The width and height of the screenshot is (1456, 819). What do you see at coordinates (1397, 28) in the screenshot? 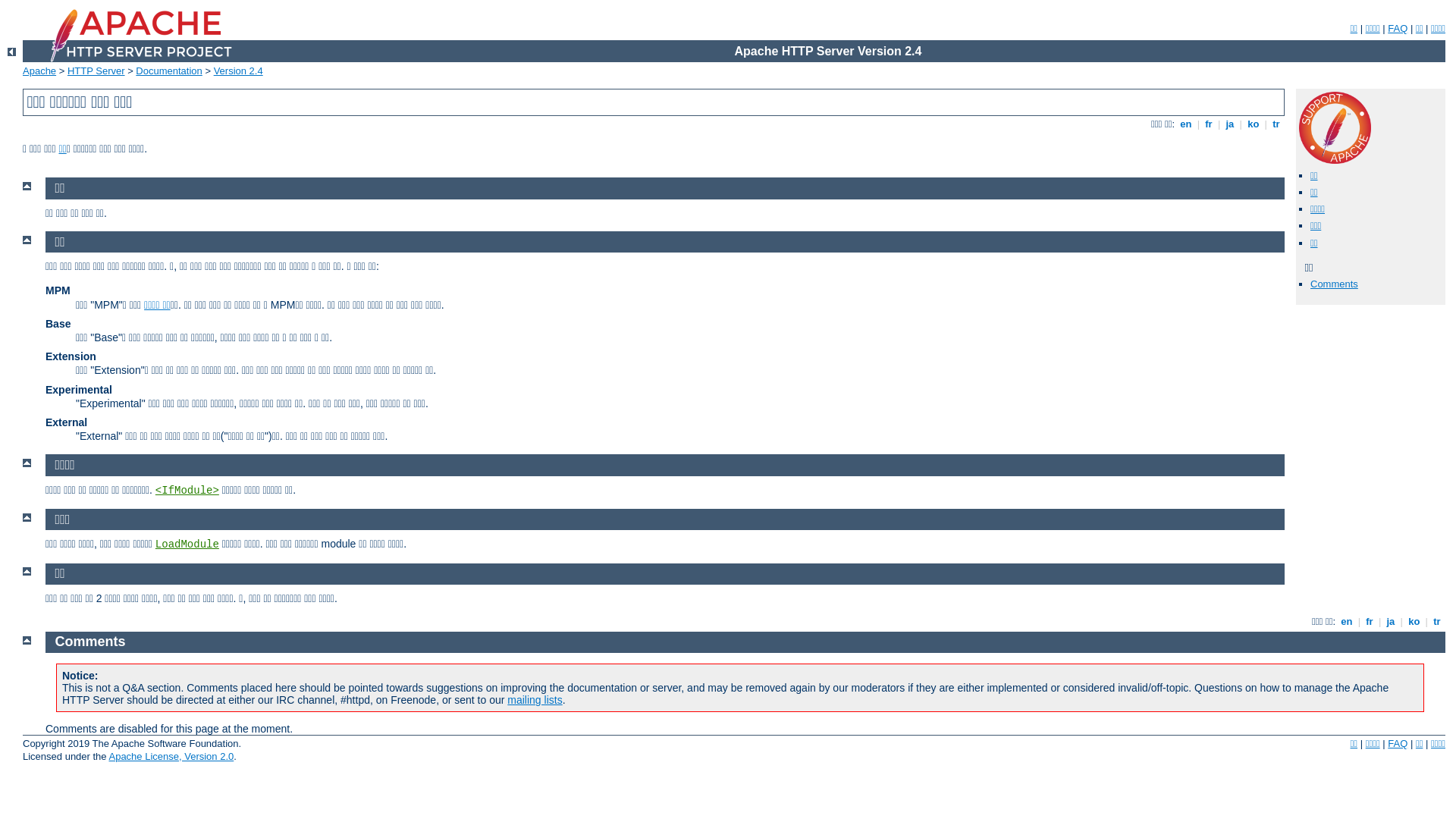
I see `'FAQ'` at bounding box center [1397, 28].